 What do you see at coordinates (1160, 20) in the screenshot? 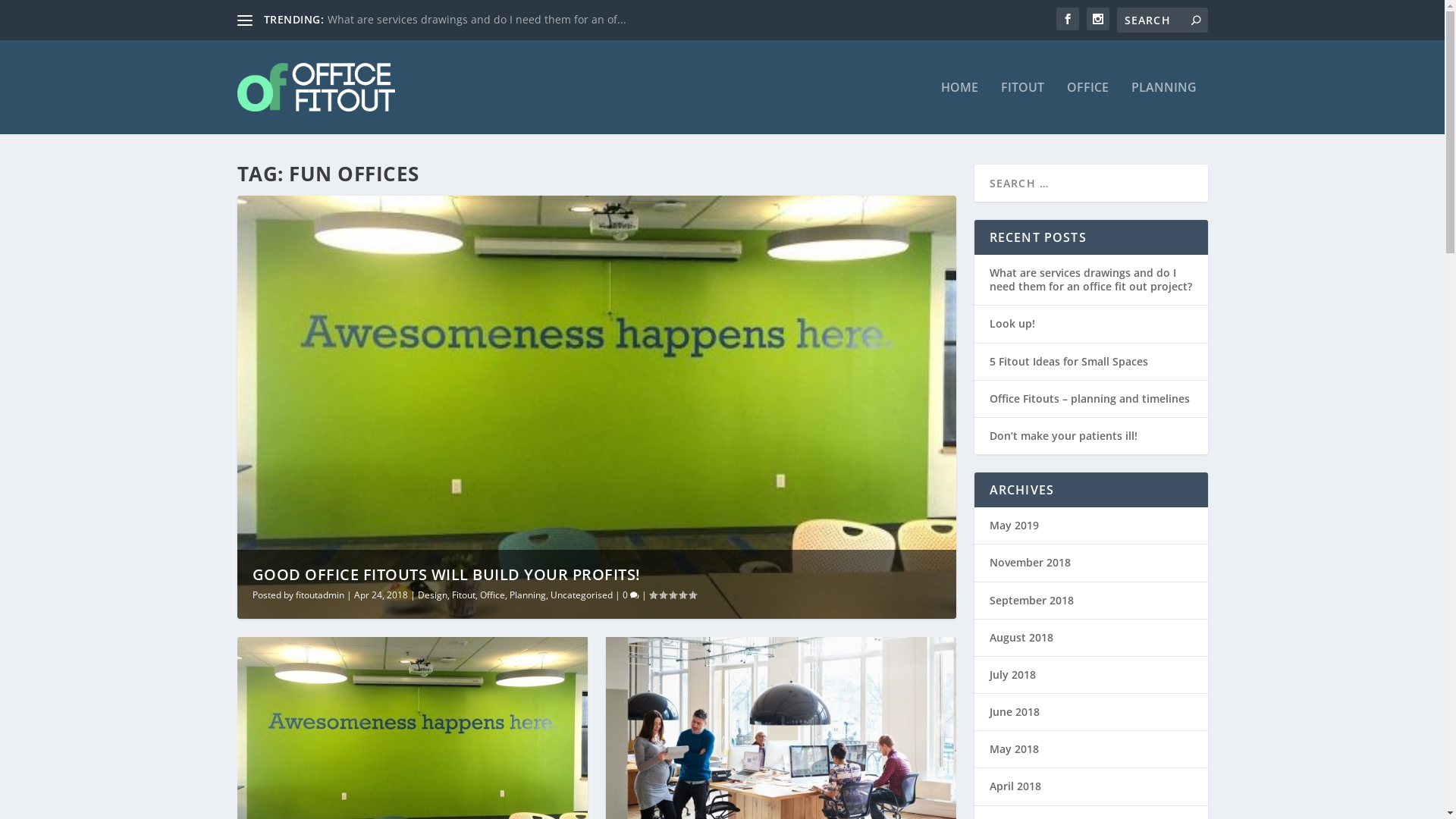
I see `'Search for:'` at bounding box center [1160, 20].